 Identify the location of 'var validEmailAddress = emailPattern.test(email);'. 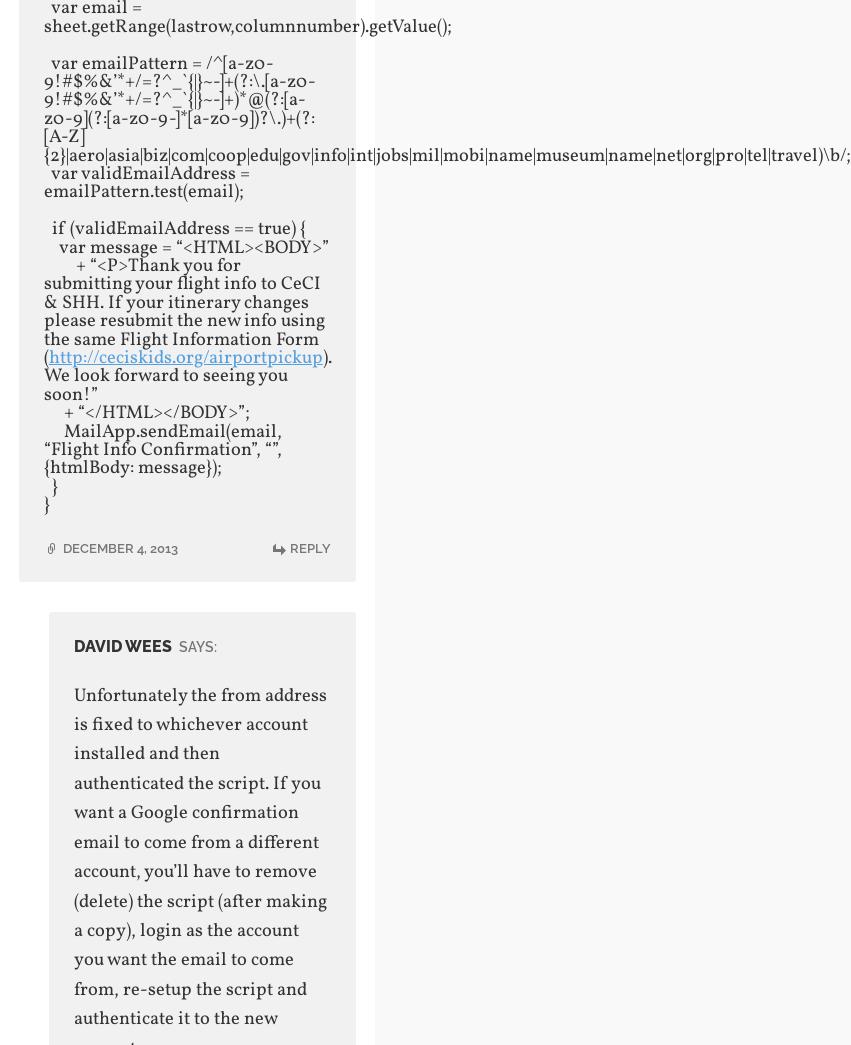
(146, 182).